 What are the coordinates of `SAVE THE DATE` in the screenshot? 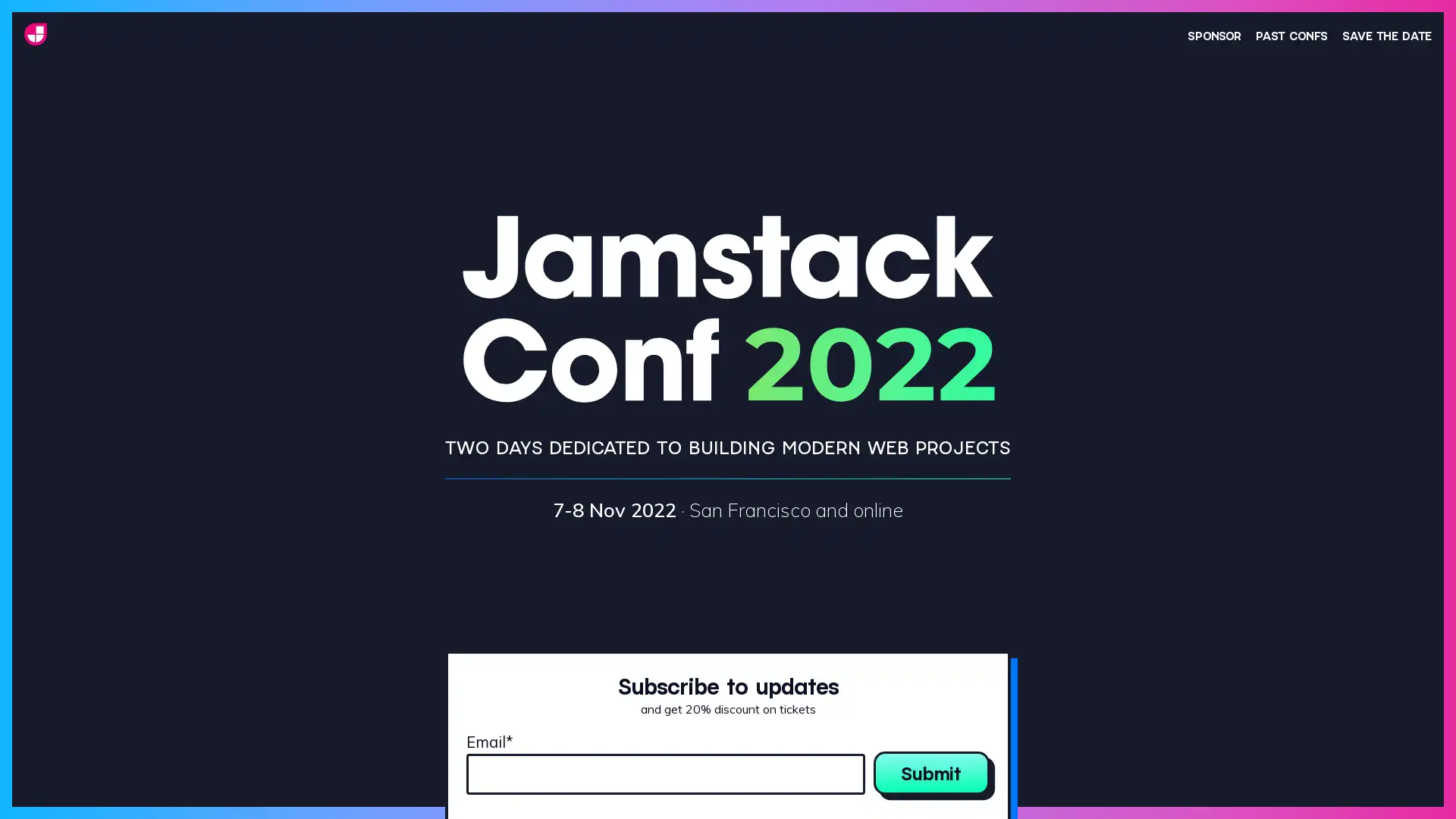 It's located at (1386, 34).